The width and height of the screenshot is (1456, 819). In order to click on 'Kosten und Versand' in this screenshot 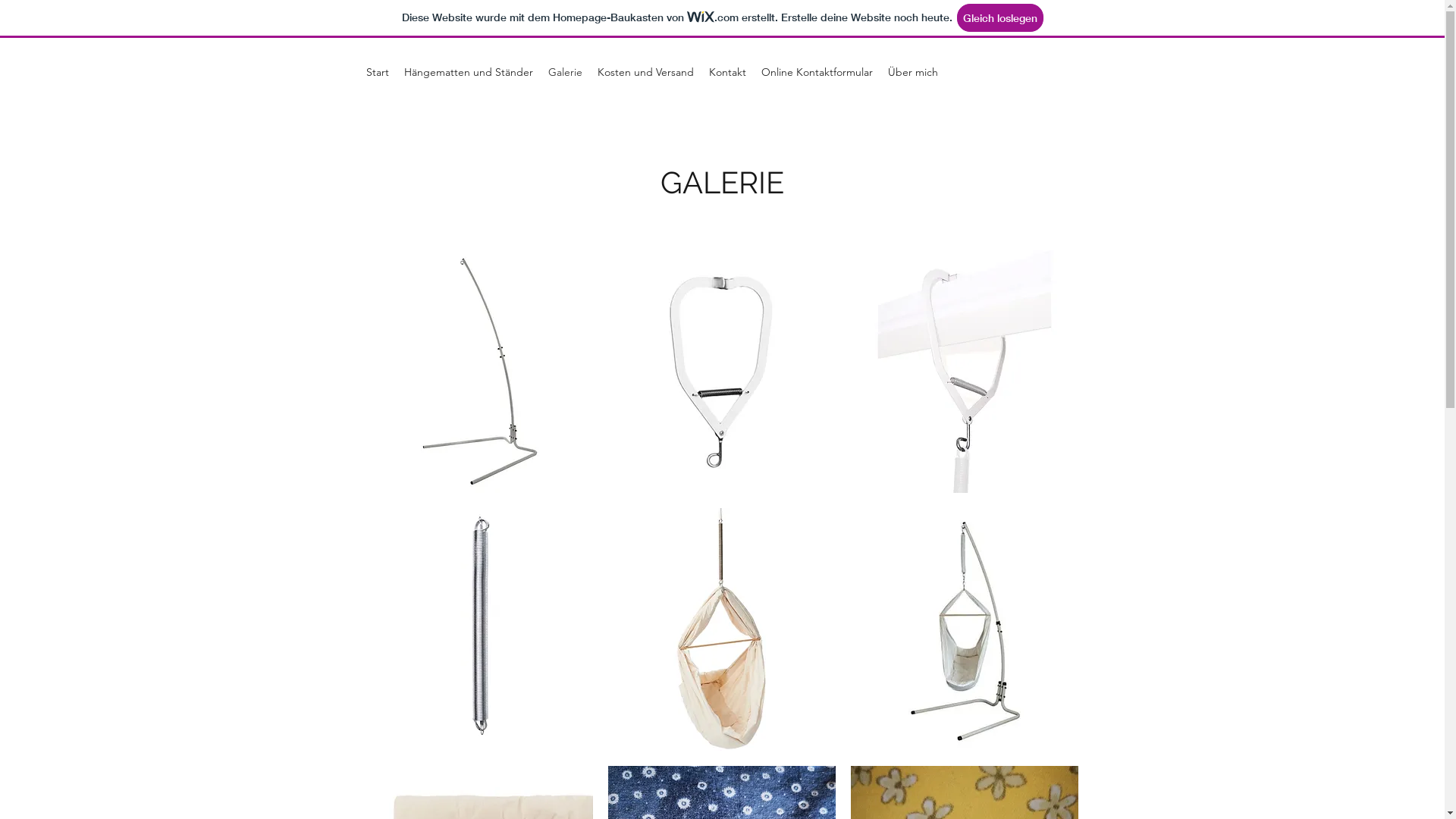, I will do `click(645, 72)`.